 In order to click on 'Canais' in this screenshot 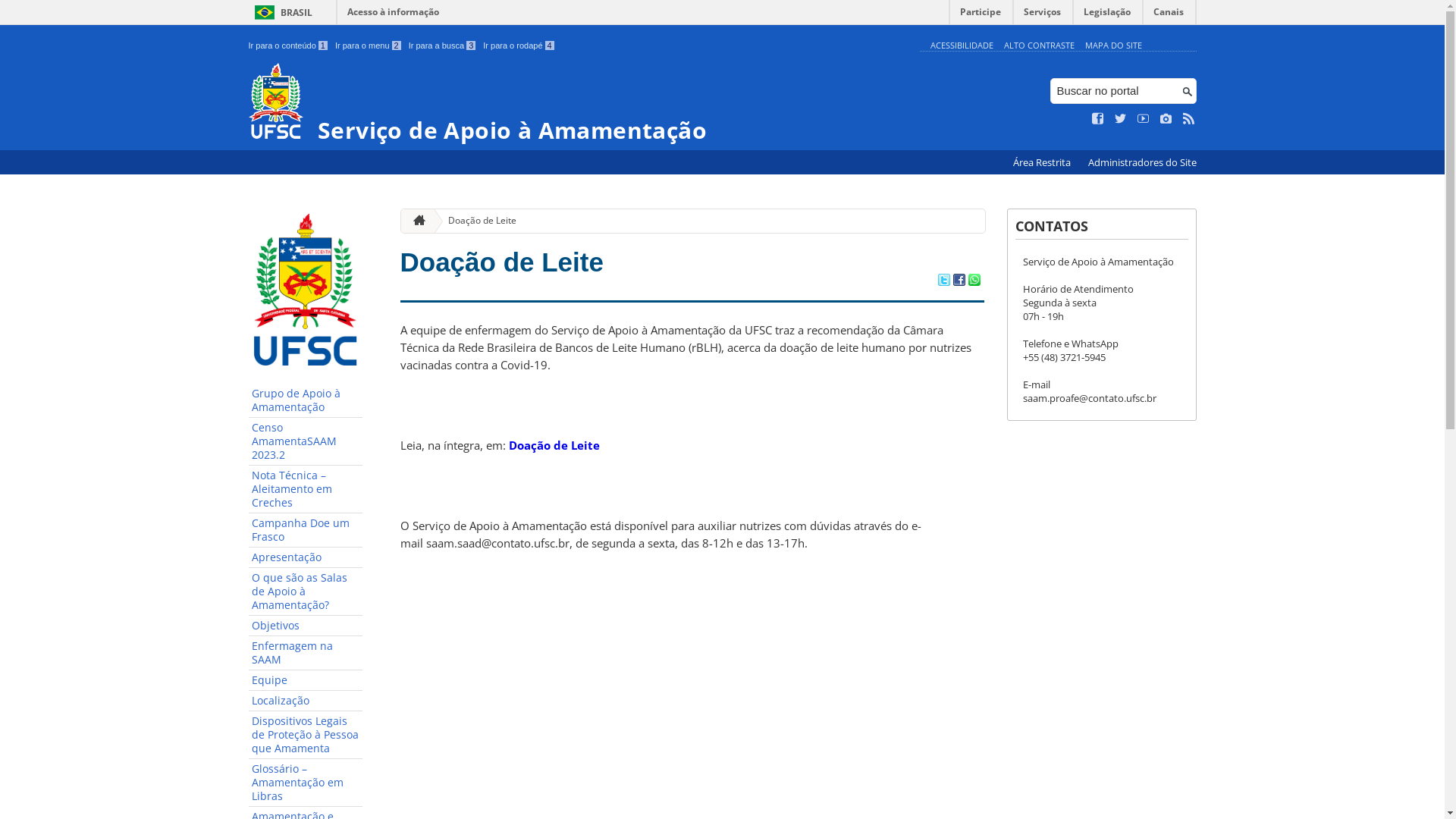, I will do `click(1168, 15)`.